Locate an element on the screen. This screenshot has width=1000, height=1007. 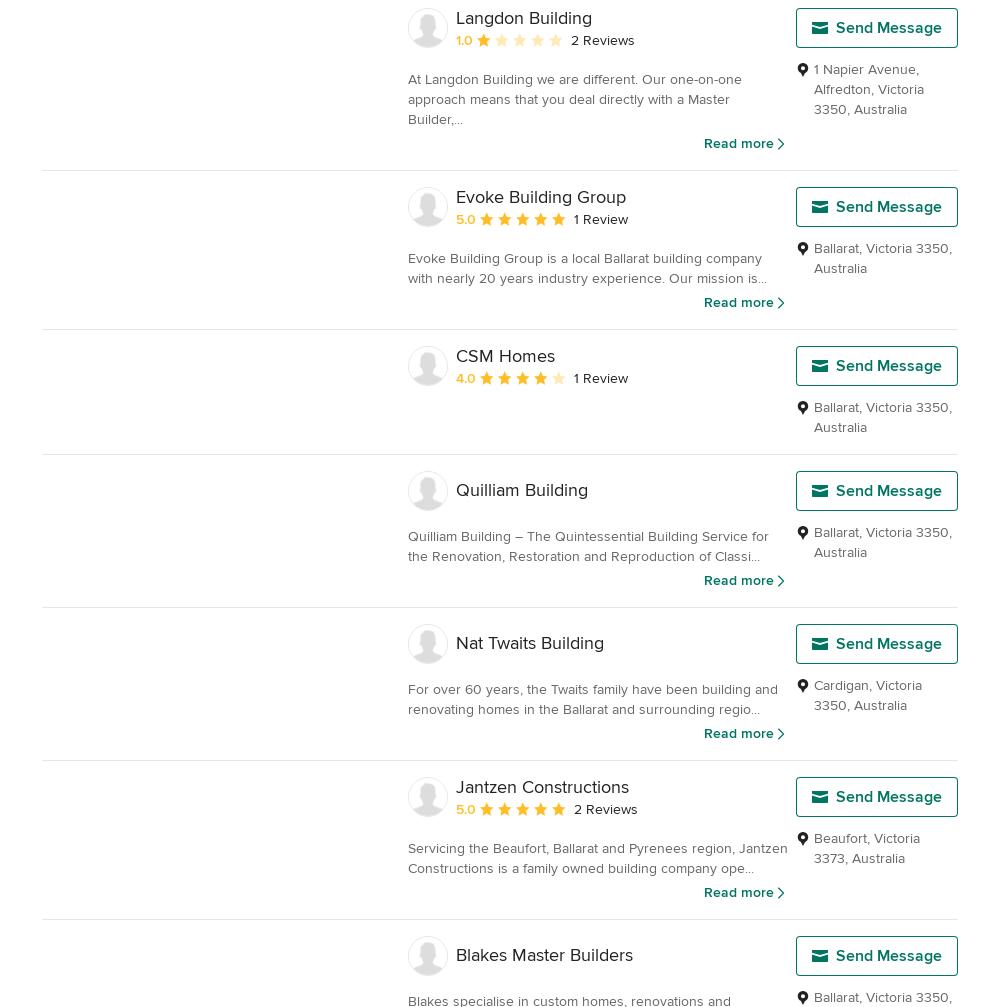
'Jantzen Constructions' is located at coordinates (542, 785).